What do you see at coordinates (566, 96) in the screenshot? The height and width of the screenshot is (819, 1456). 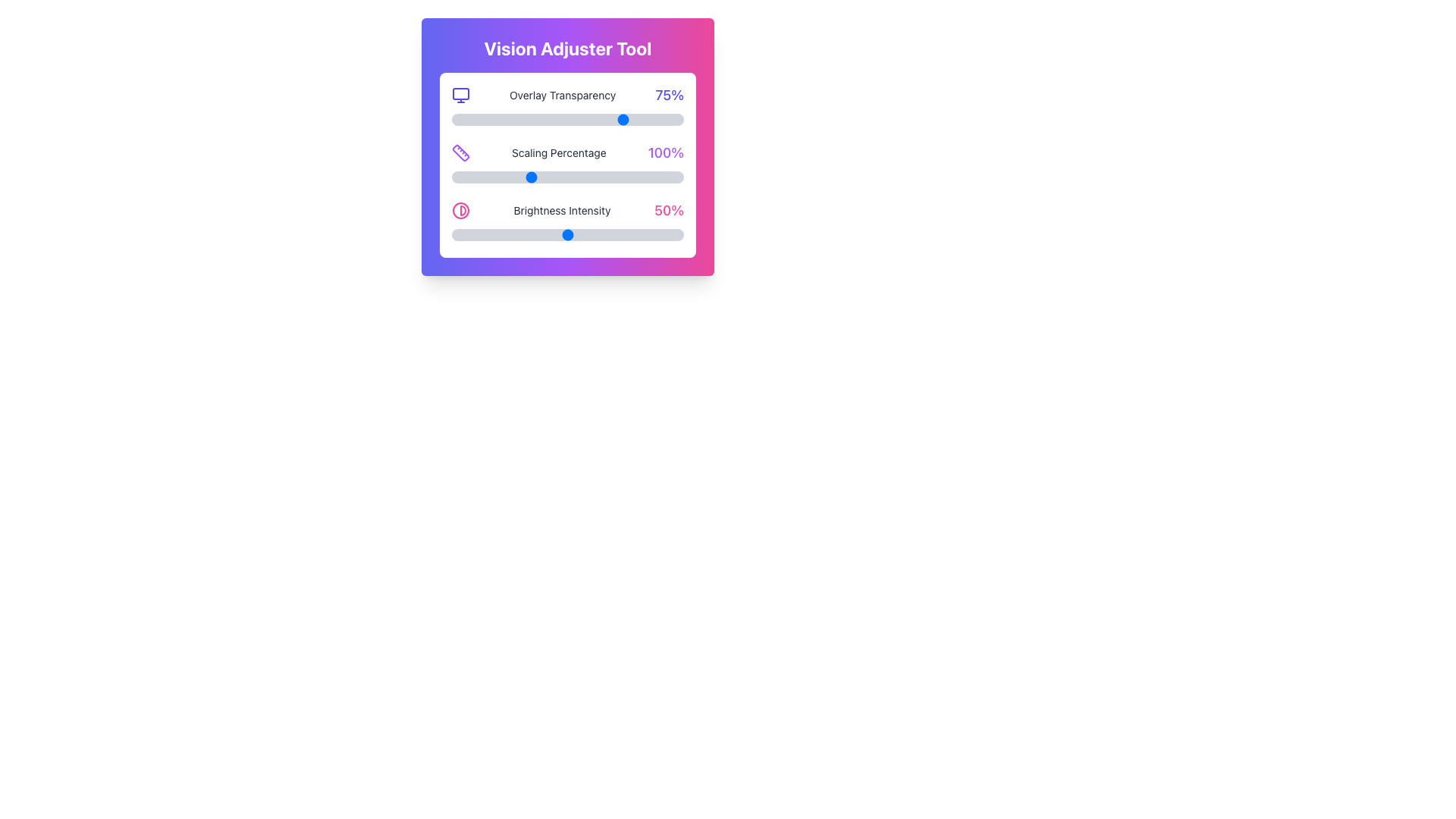 I see `the percentage value displayed as '75%' next to the 'Overlay Transparency' label and monitor icon in the Vision Adjuster Tool panel` at bounding box center [566, 96].